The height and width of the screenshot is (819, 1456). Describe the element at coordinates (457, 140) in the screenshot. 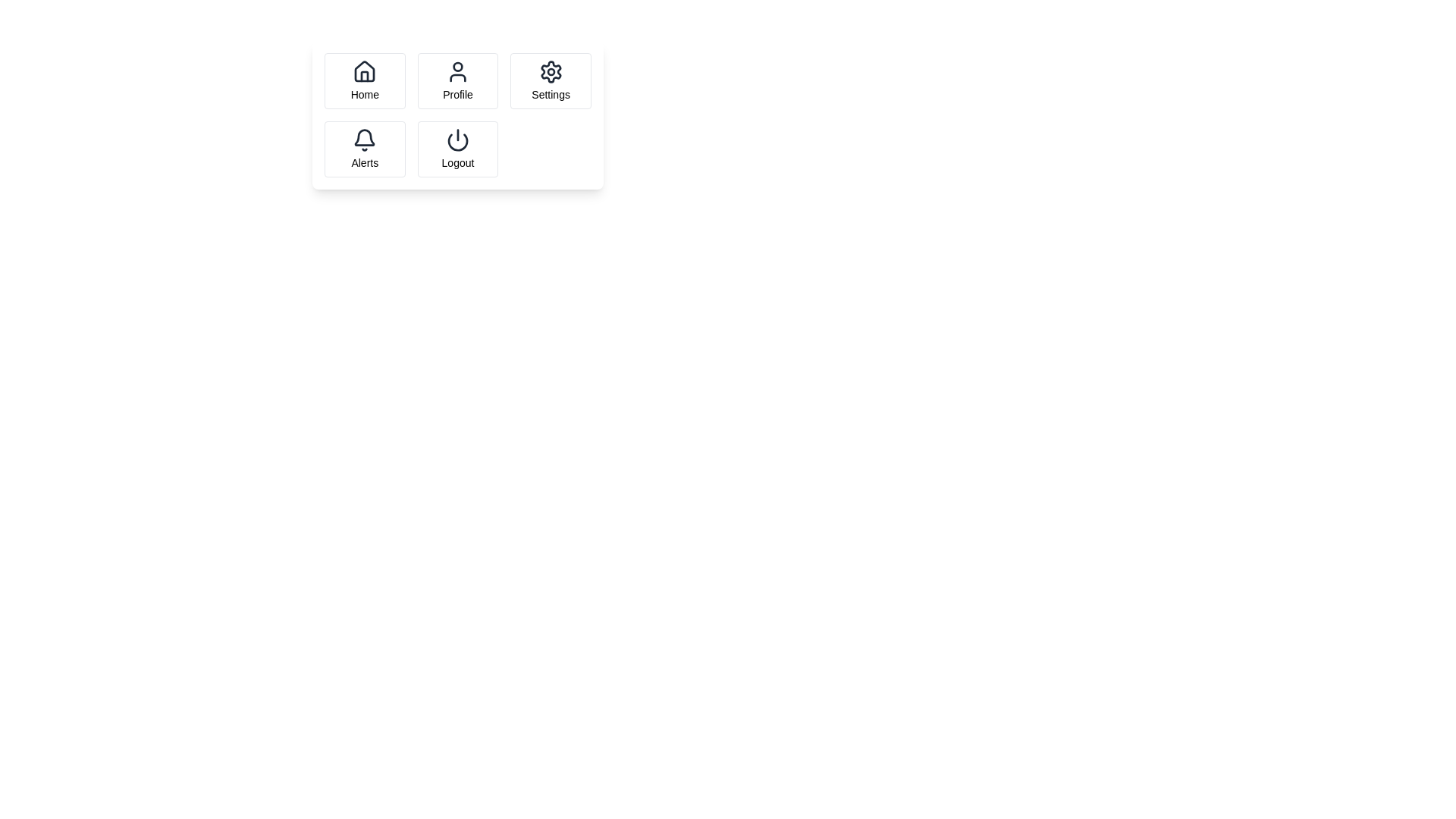

I see `the power icon, which is dark gray and circular, located above the 'Logout' text label` at that location.